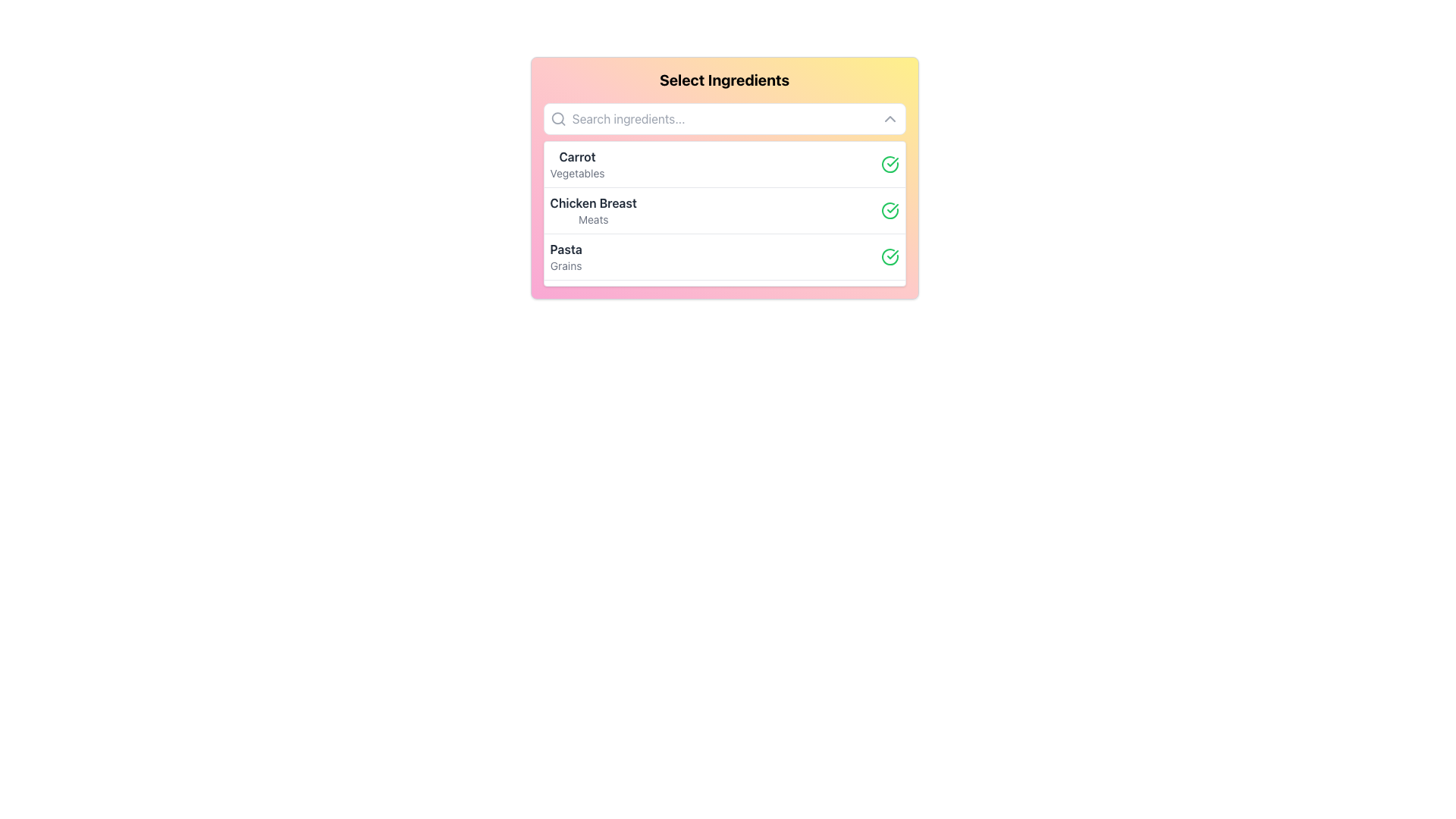 Image resolution: width=1456 pixels, height=819 pixels. Describe the element at coordinates (890, 164) in the screenshot. I see `the visual state of the 'Carrot, Vegetables' SVG graphic icon indicating selection by clicking on it` at that location.